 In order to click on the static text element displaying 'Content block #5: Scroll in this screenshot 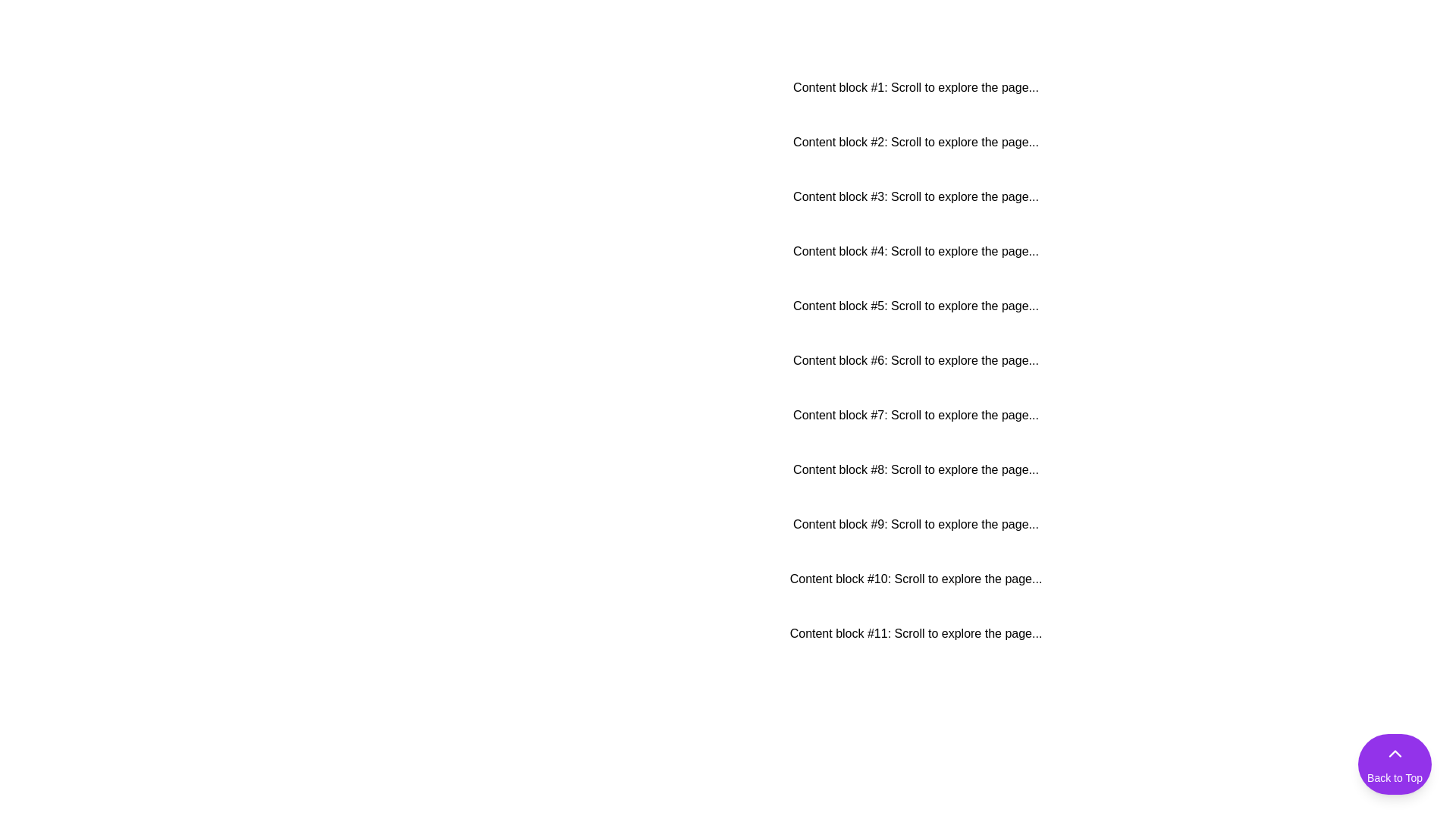, I will do `click(915, 306)`.